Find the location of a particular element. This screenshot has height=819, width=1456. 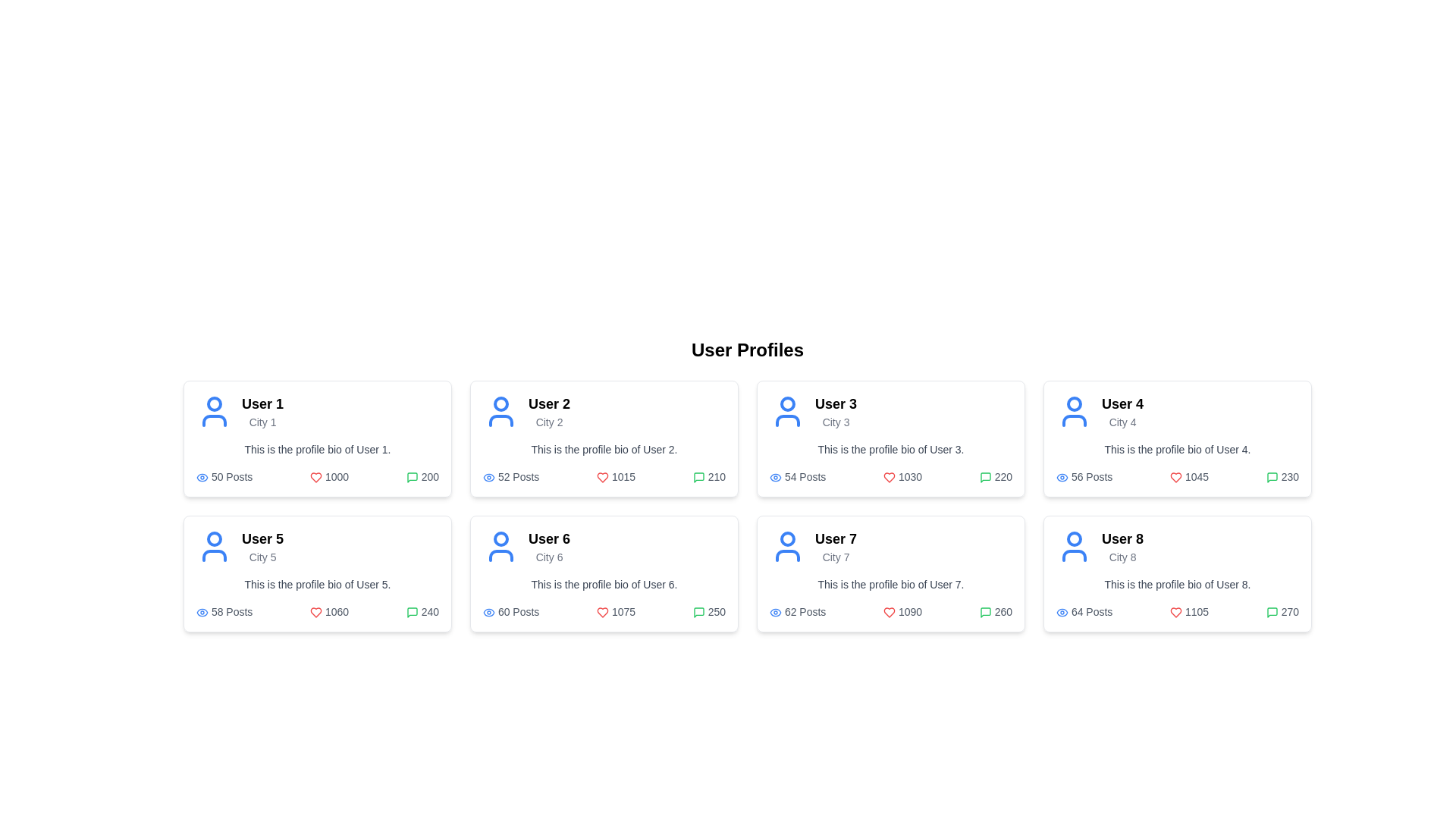

the static text displaying the city associated with 'User 5', located below the 'User 5' text in the bottom left corner of the user profiles grid is located at coordinates (262, 557).